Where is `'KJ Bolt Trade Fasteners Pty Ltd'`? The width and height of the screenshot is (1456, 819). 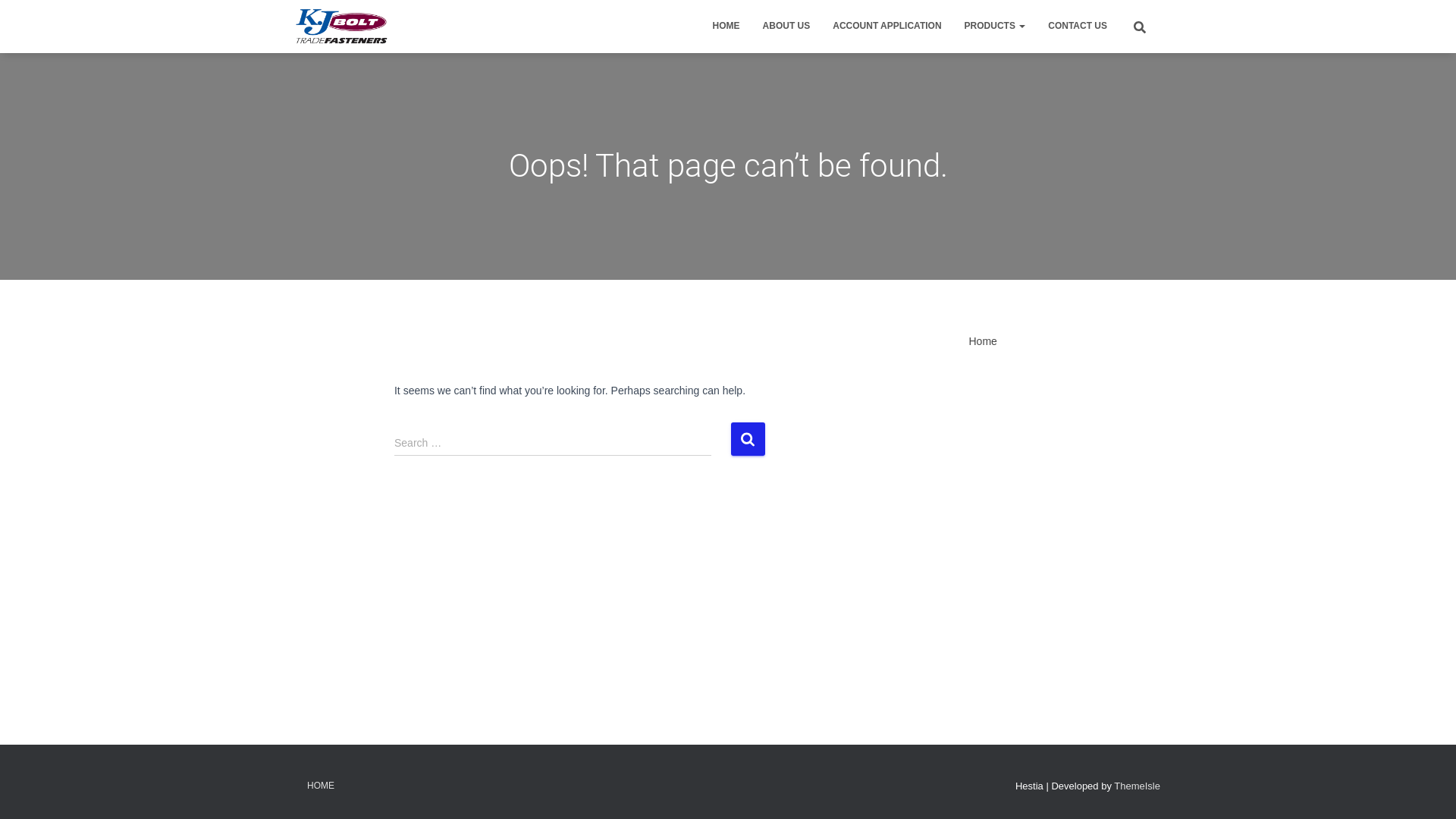
'KJ Bolt Trade Fasteners Pty Ltd' is located at coordinates (340, 26).